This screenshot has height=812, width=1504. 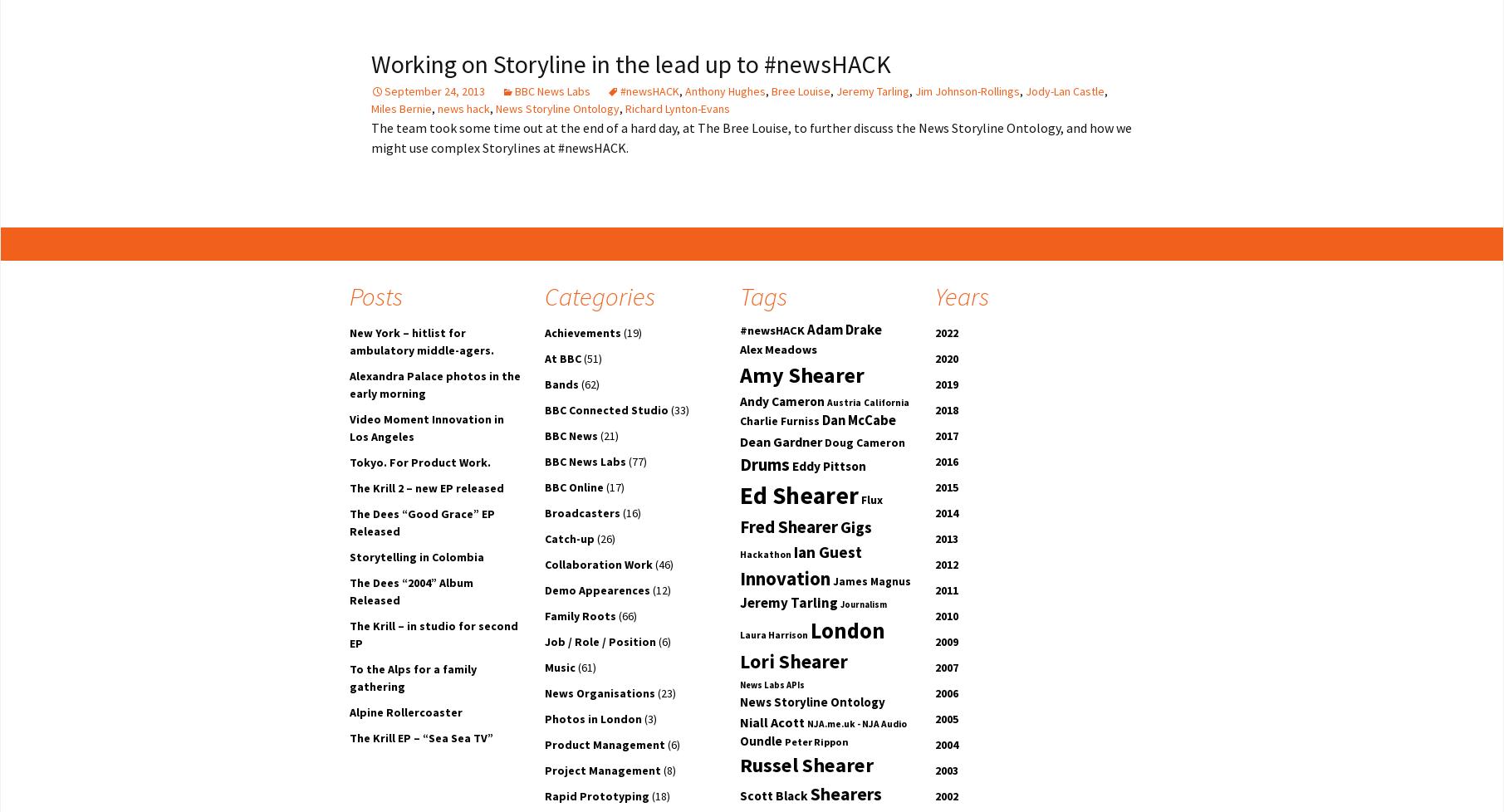 I want to click on 'September 24, 2013', so click(x=433, y=90).